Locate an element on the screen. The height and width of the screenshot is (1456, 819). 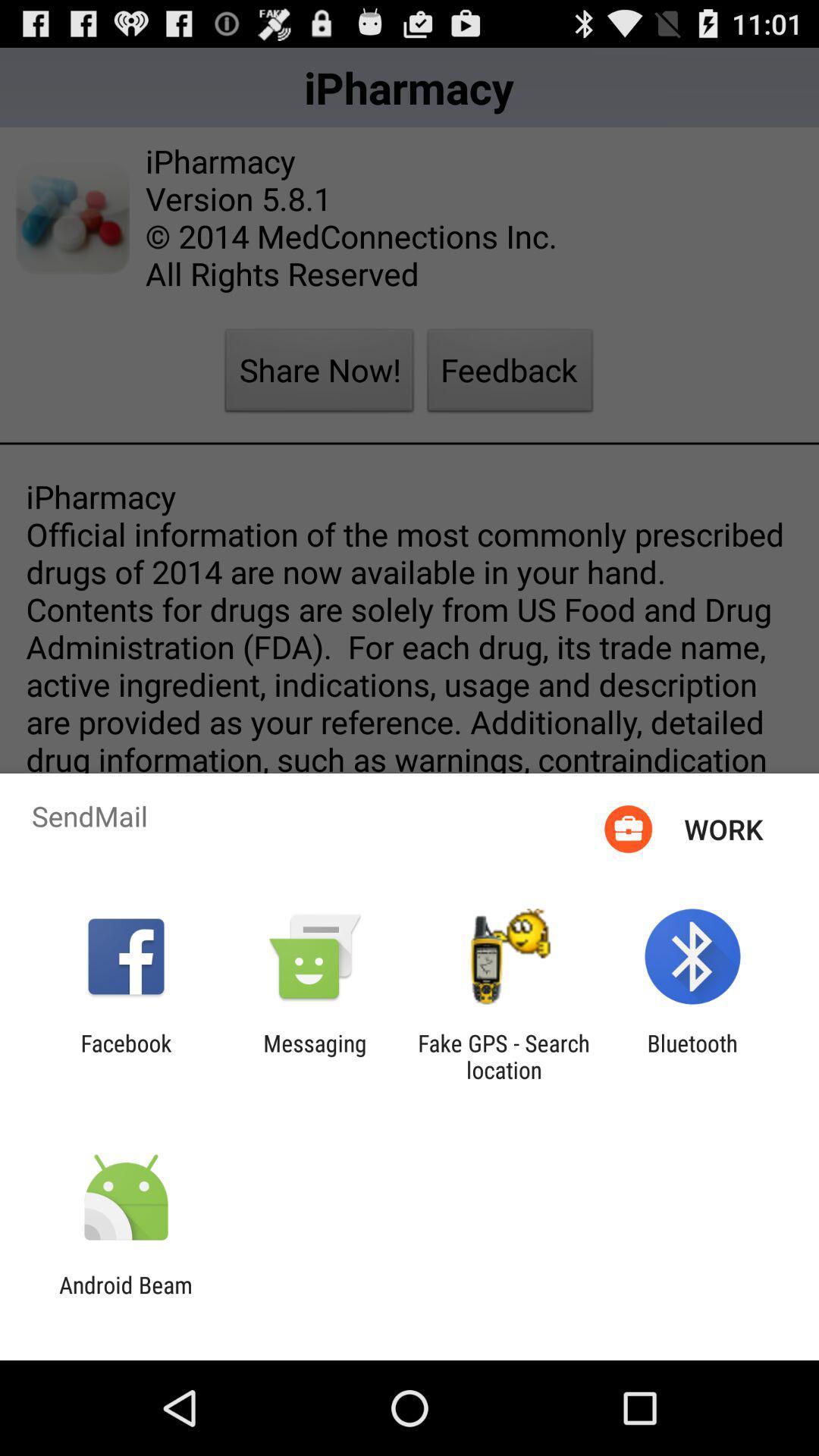
app next to the fake gps search icon is located at coordinates (692, 1056).